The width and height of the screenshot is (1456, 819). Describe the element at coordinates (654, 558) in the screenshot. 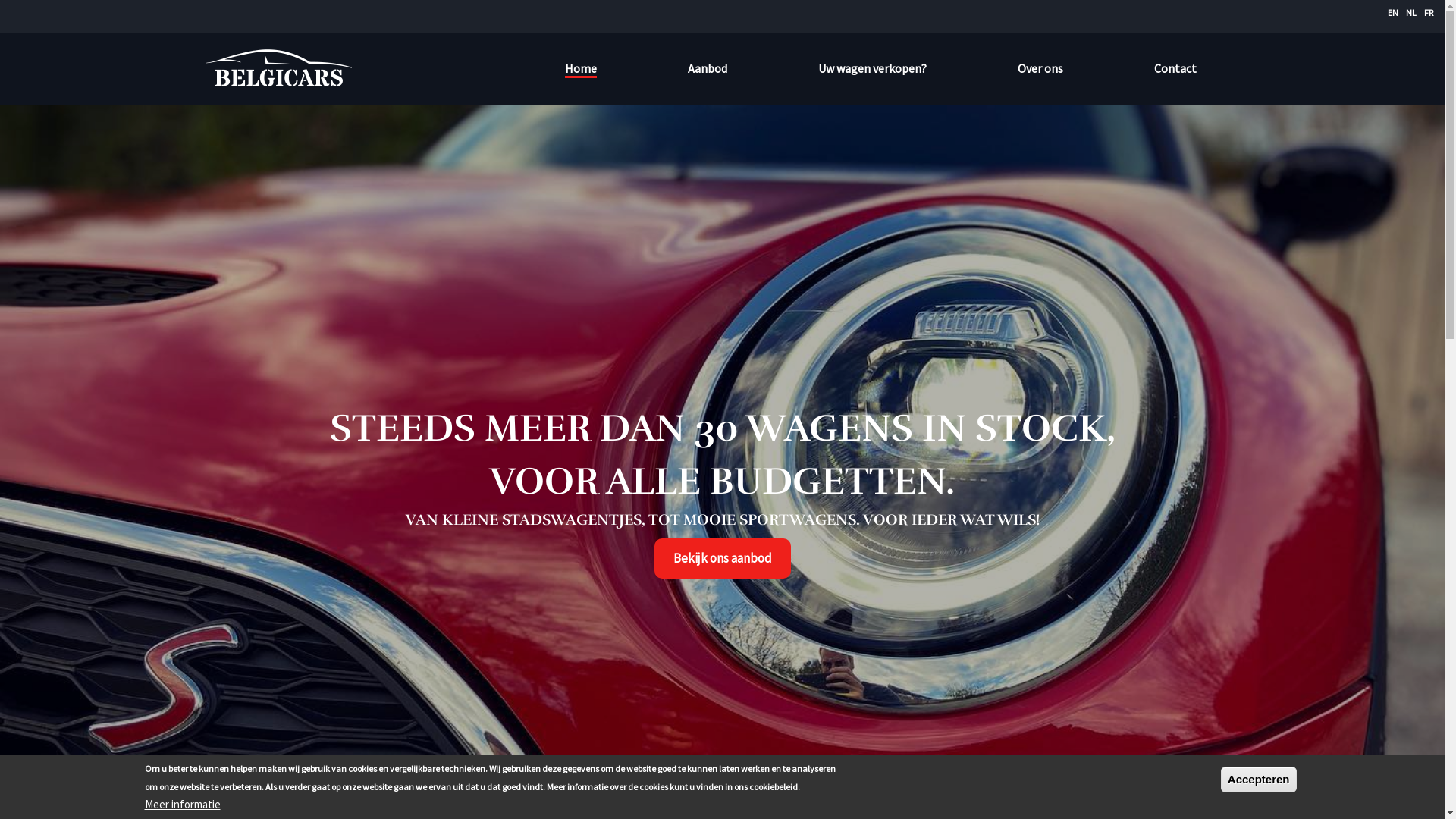

I see `'Bekijk ons aanbod'` at that location.